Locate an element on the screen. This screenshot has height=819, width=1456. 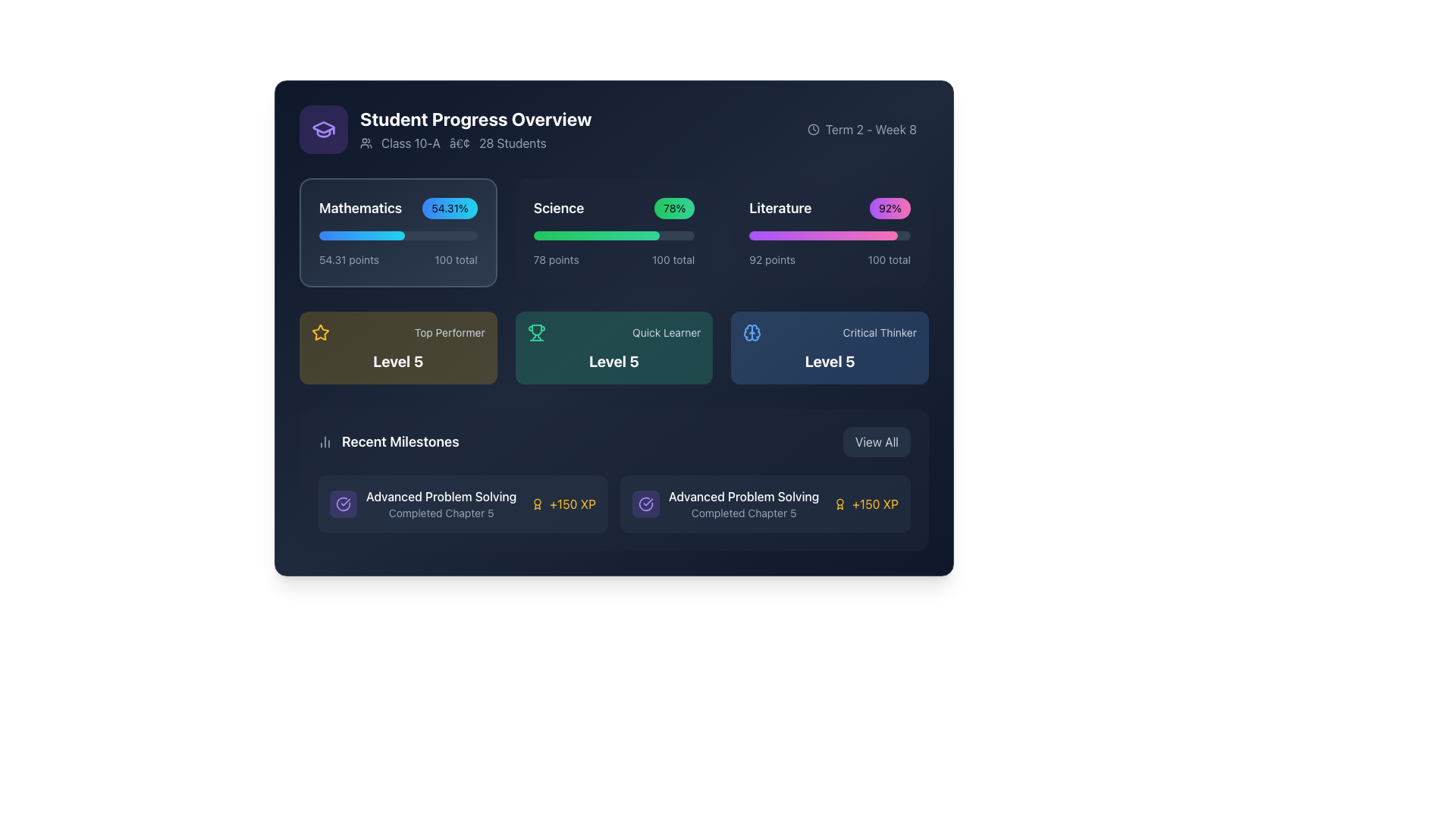
the visual state of the progress bar representing 54.31% in the Mathematics section of the Student Progress Overview interface is located at coordinates (361, 236).